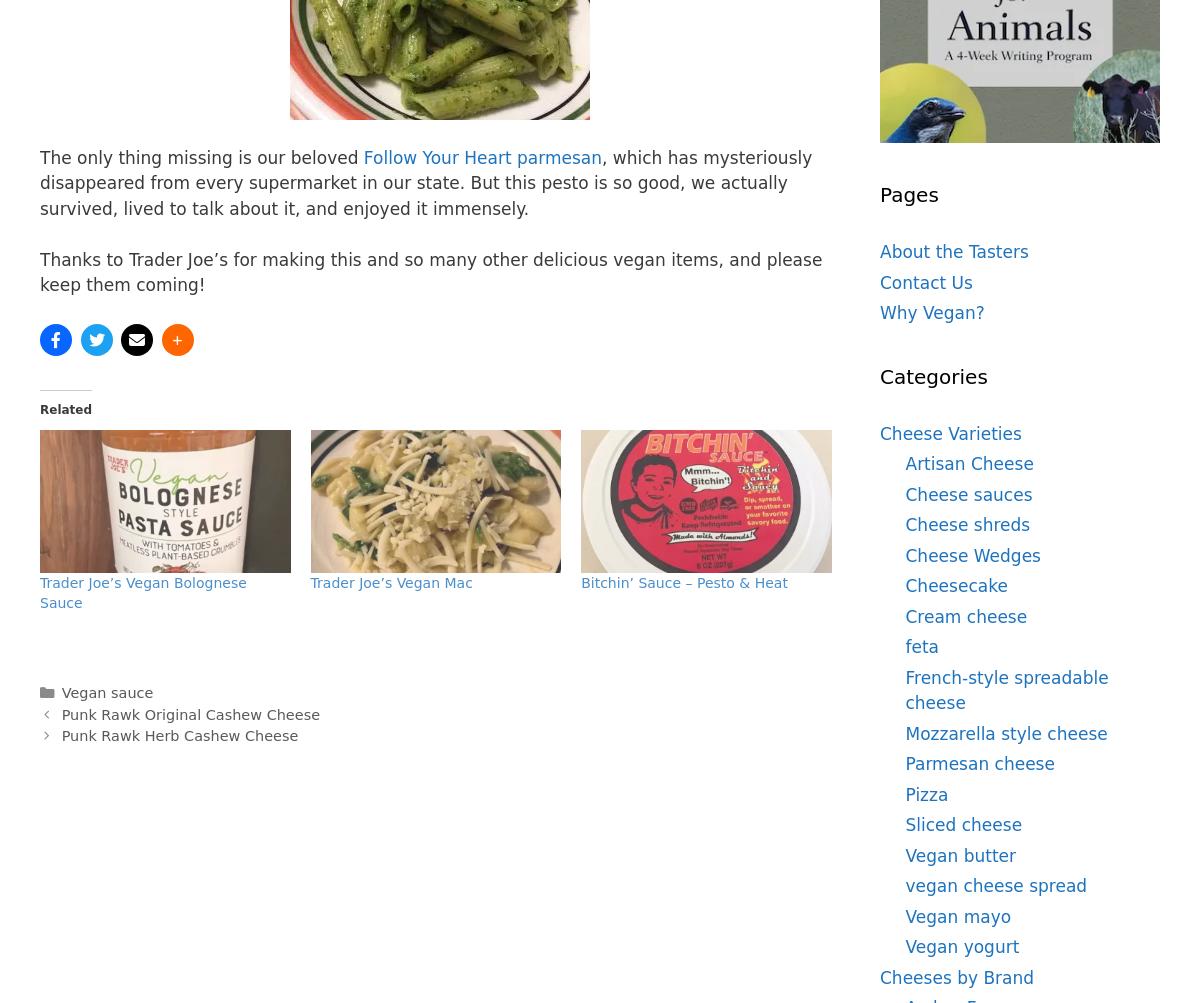 The width and height of the screenshot is (1200, 1003). Describe the element at coordinates (60, 691) in the screenshot. I see `'Vegan sauce'` at that location.